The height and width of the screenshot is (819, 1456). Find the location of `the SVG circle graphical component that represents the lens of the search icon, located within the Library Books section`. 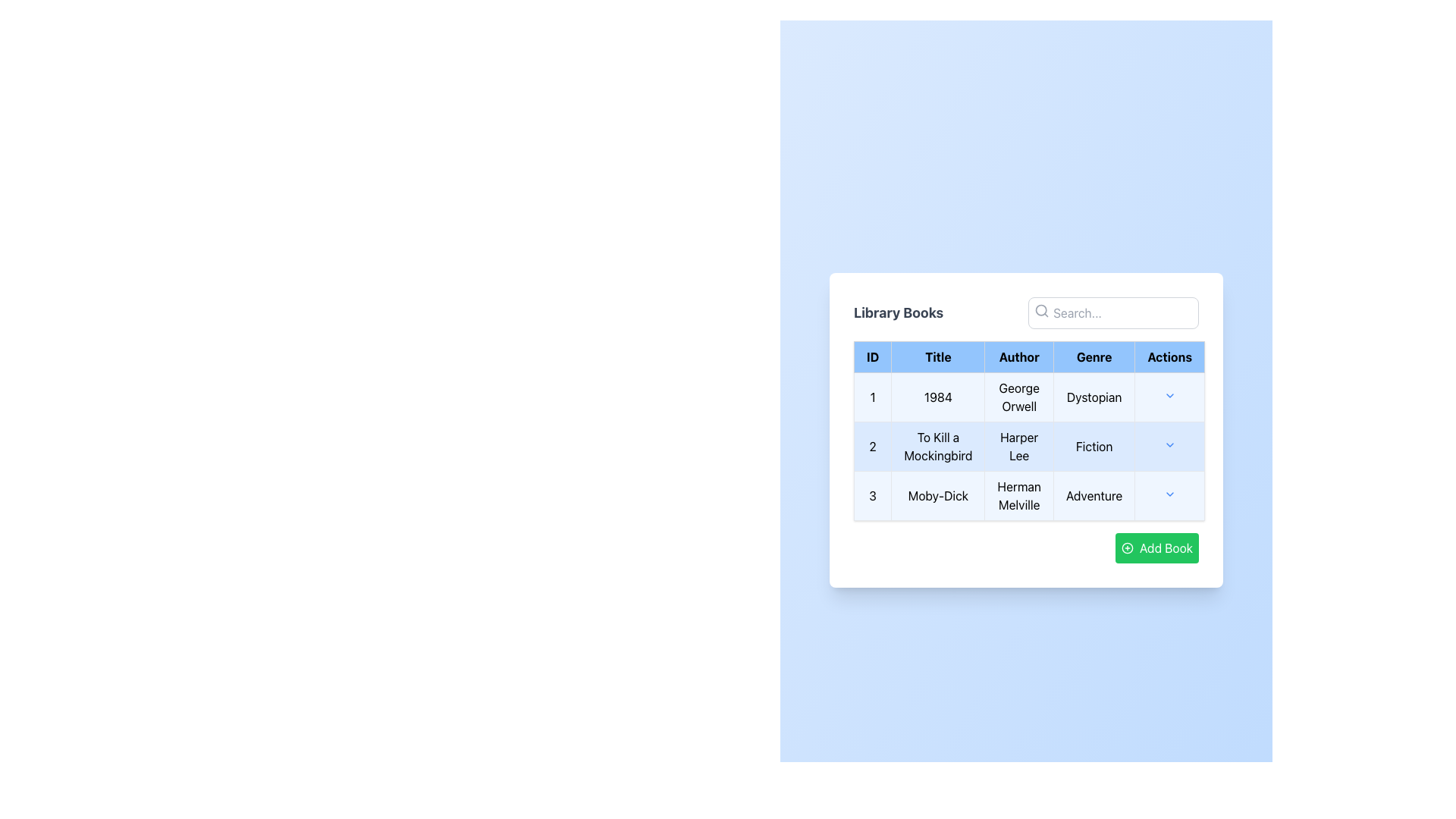

the SVG circle graphical component that represents the lens of the search icon, located within the Library Books section is located at coordinates (1040, 309).